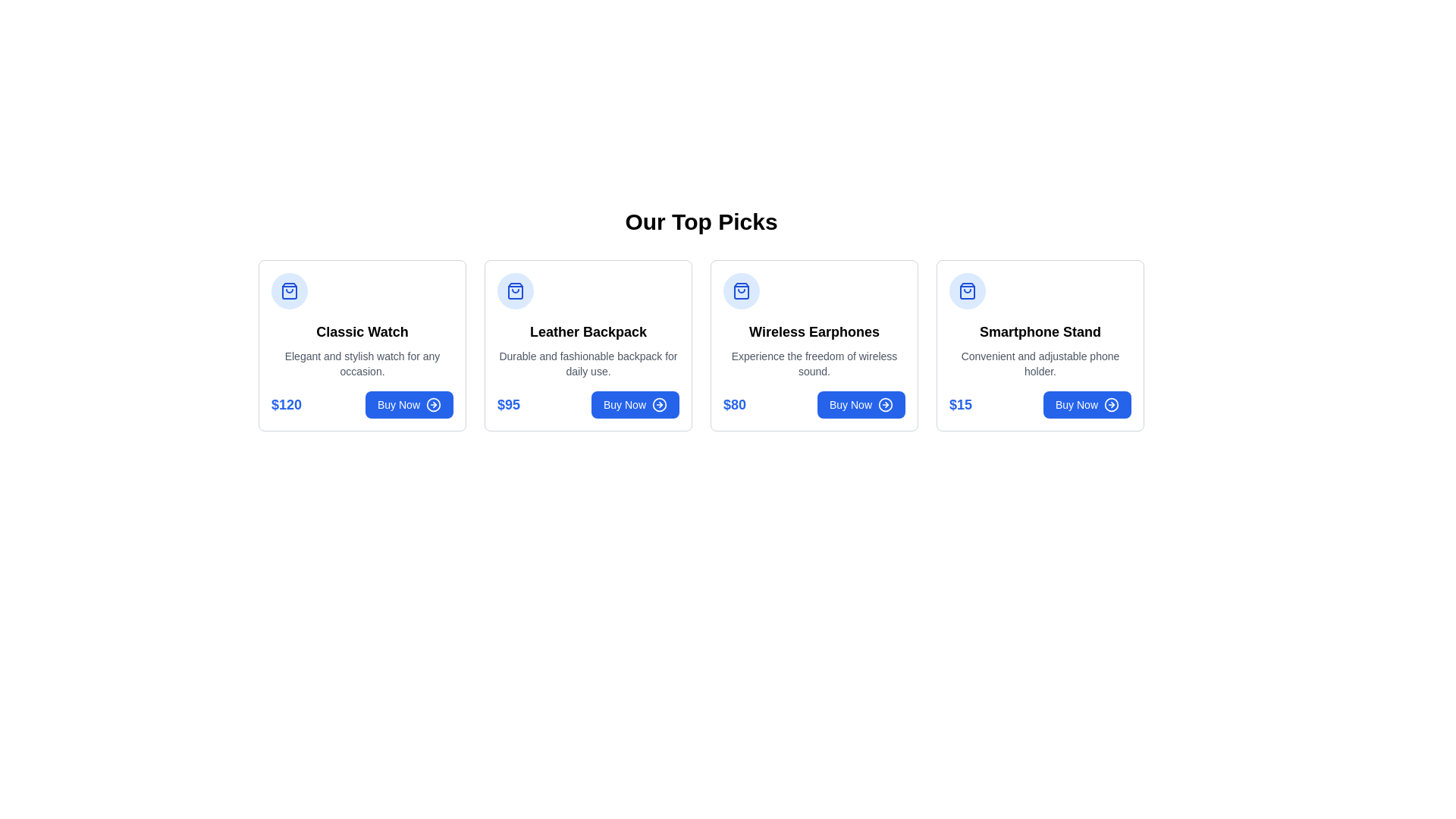  I want to click on the blue shopping bag icon, which is centrally located within a circular light blue background on the 'Wireless Earphones' card, positioned above the title text 'Wireless Earphones', so click(742, 291).